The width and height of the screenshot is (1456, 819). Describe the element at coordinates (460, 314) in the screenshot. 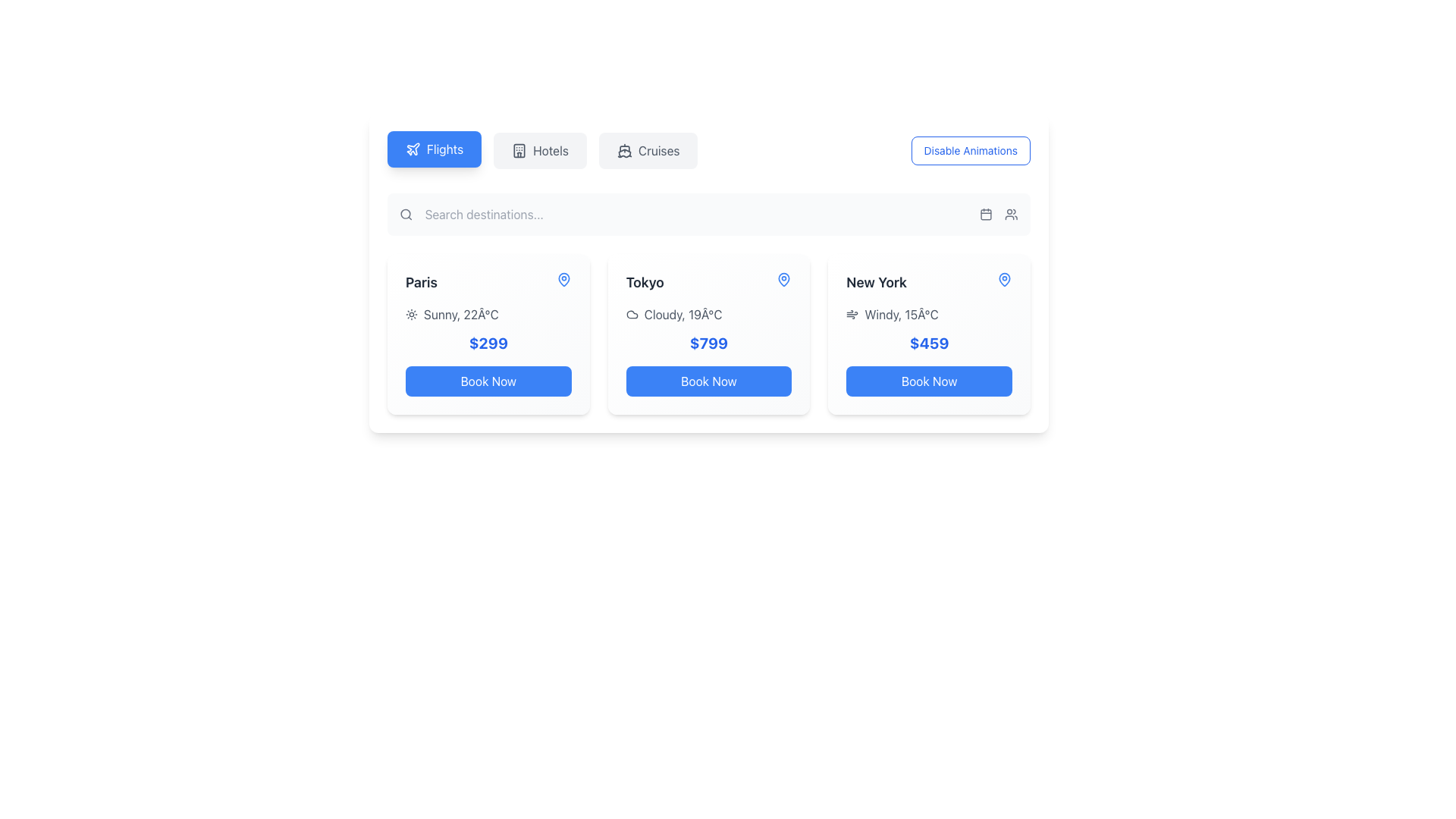

I see `the static text label displaying weather conditions ('Sunny' and '22°C') for Paris, located within the card under the label 'Paris'` at that location.